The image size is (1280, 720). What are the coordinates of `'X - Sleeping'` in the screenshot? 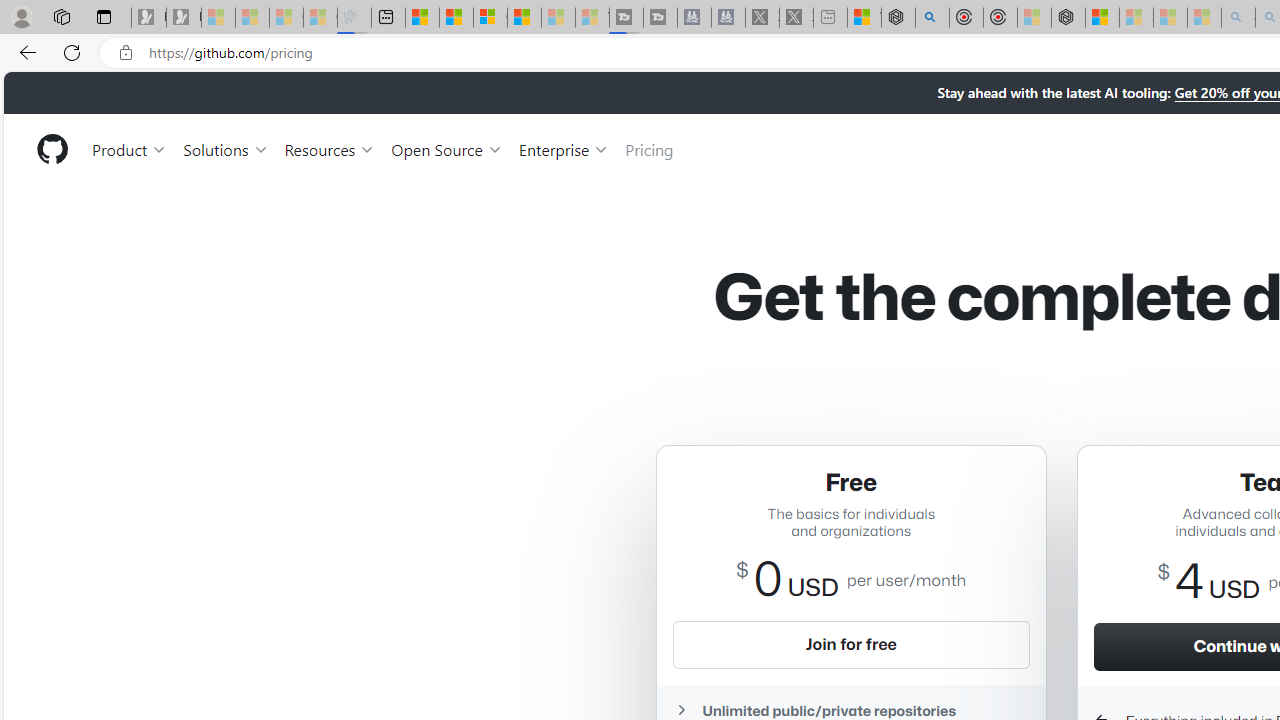 It's located at (795, 17).